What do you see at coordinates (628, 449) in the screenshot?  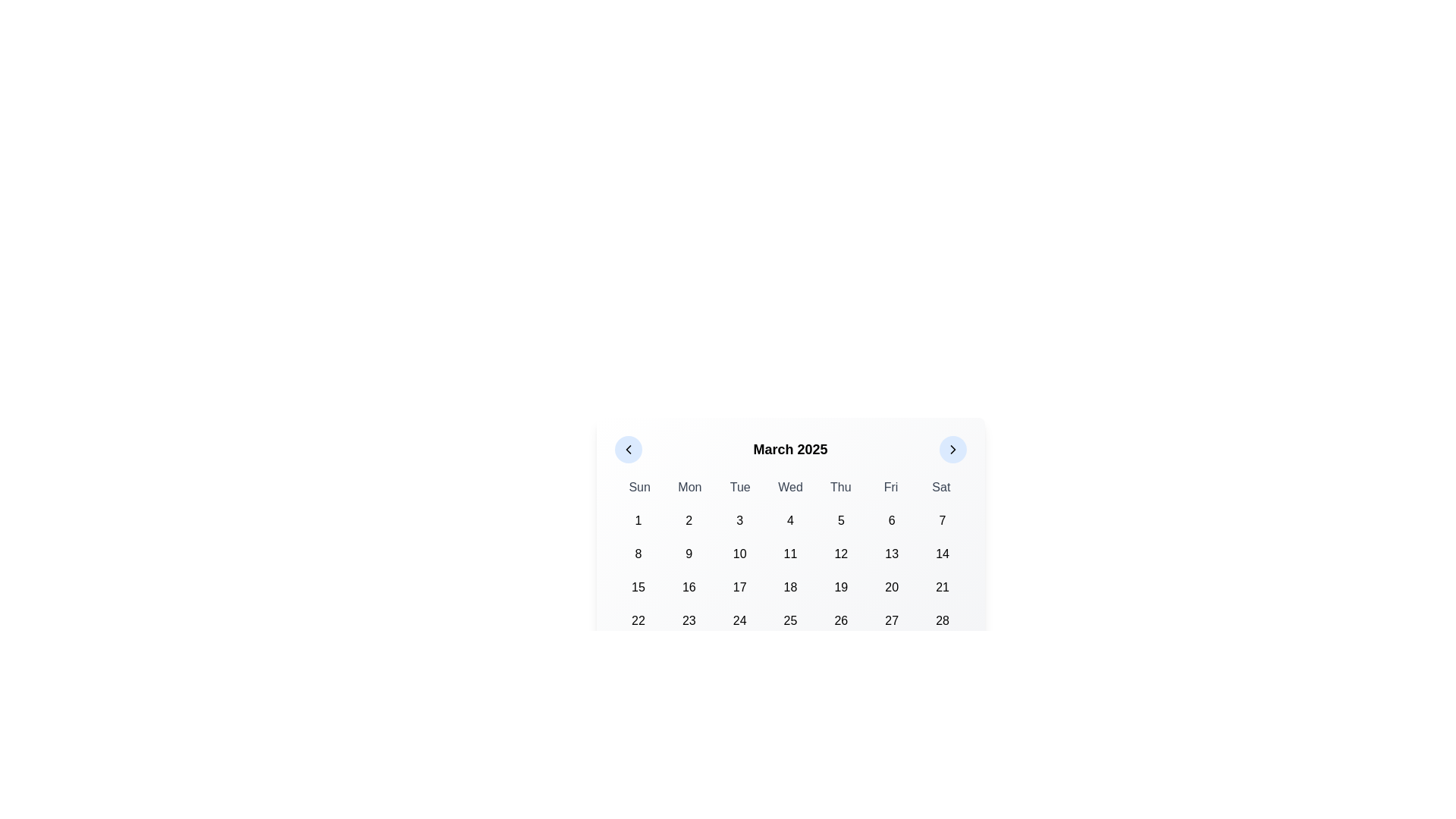 I see `the circular icon button located to the left of the header 'March 2025' on the calendar interface` at bounding box center [628, 449].